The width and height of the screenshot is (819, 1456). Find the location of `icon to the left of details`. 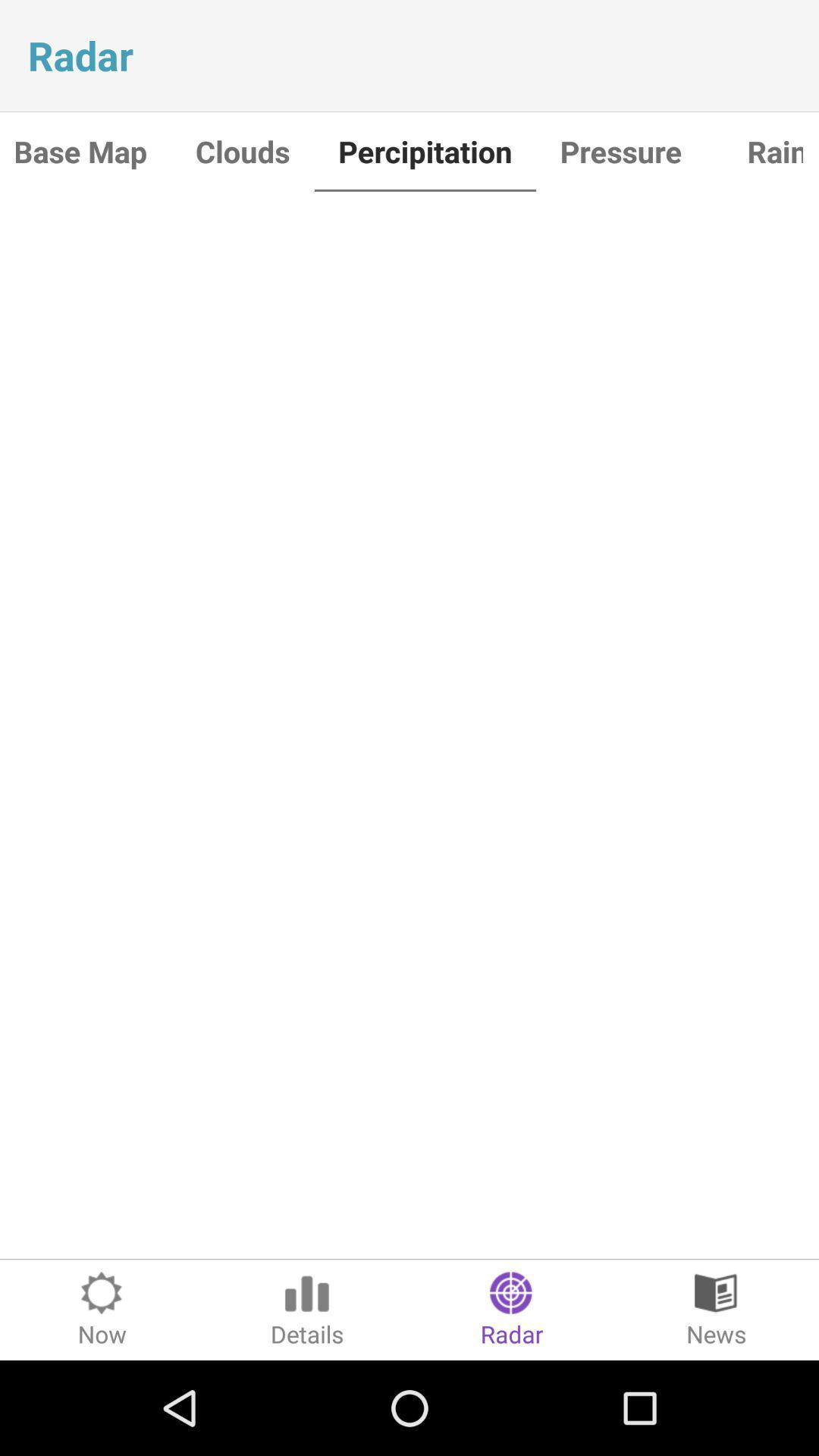

icon to the left of details is located at coordinates (102, 1309).